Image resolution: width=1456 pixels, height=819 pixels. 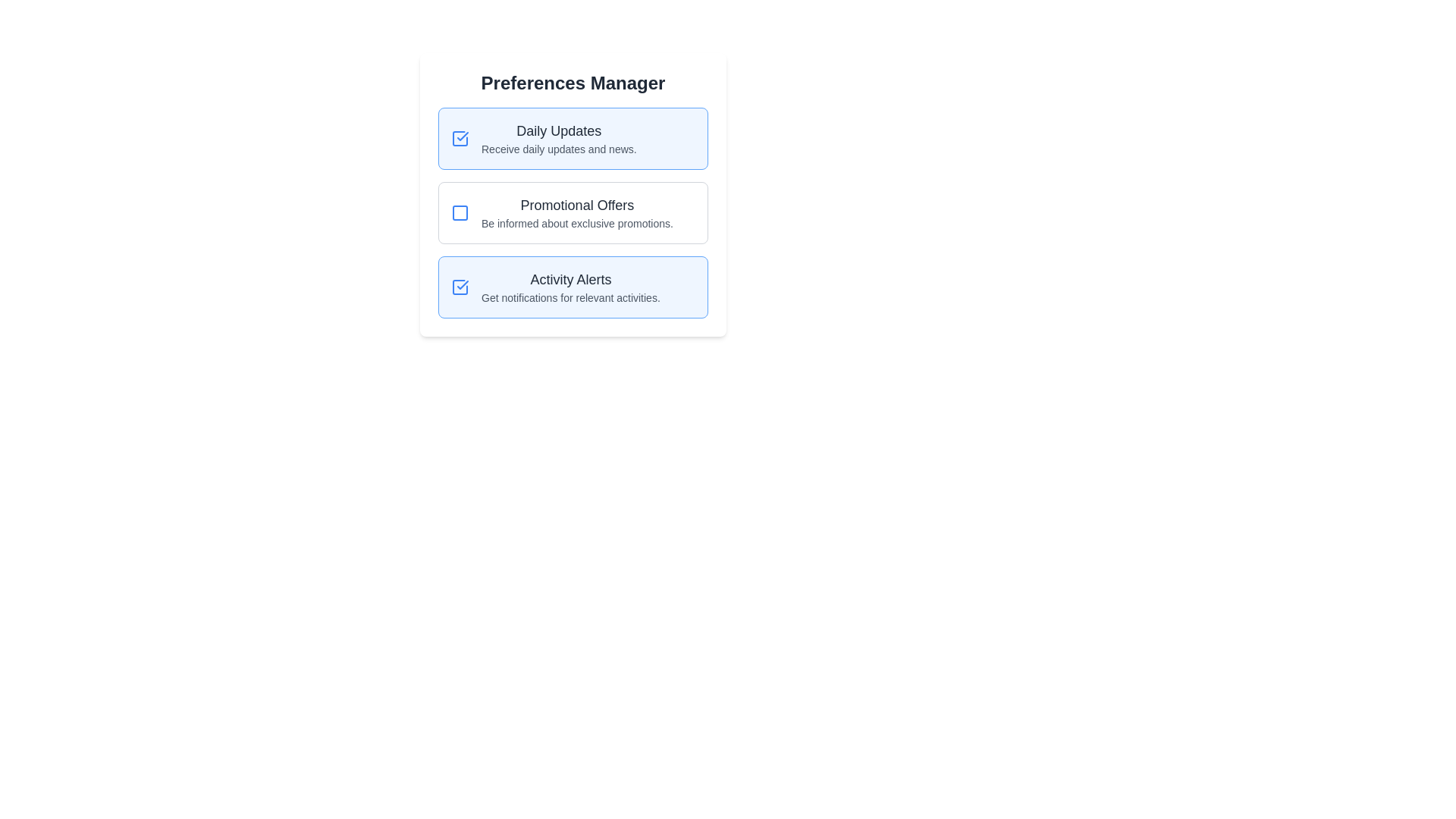 I want to click on the Text label that provides supplementary details for the 'Activity Alerts' option, located below the heading 'Activity Alerts' in the 'Preferences Manager' interface, so click(x=570, y=298).